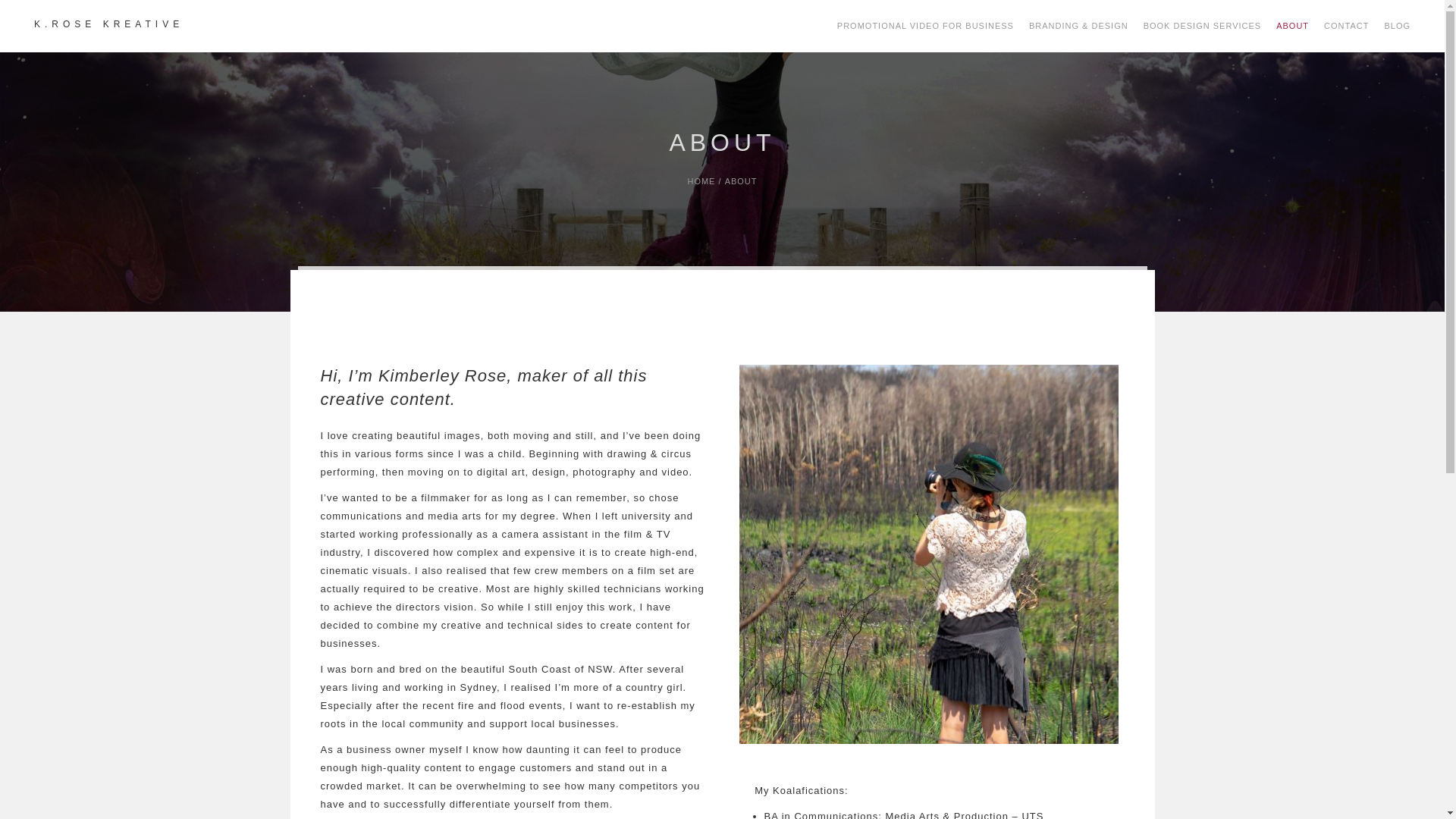  I want to click on 'Aboutmeimg', so click(927, 554).